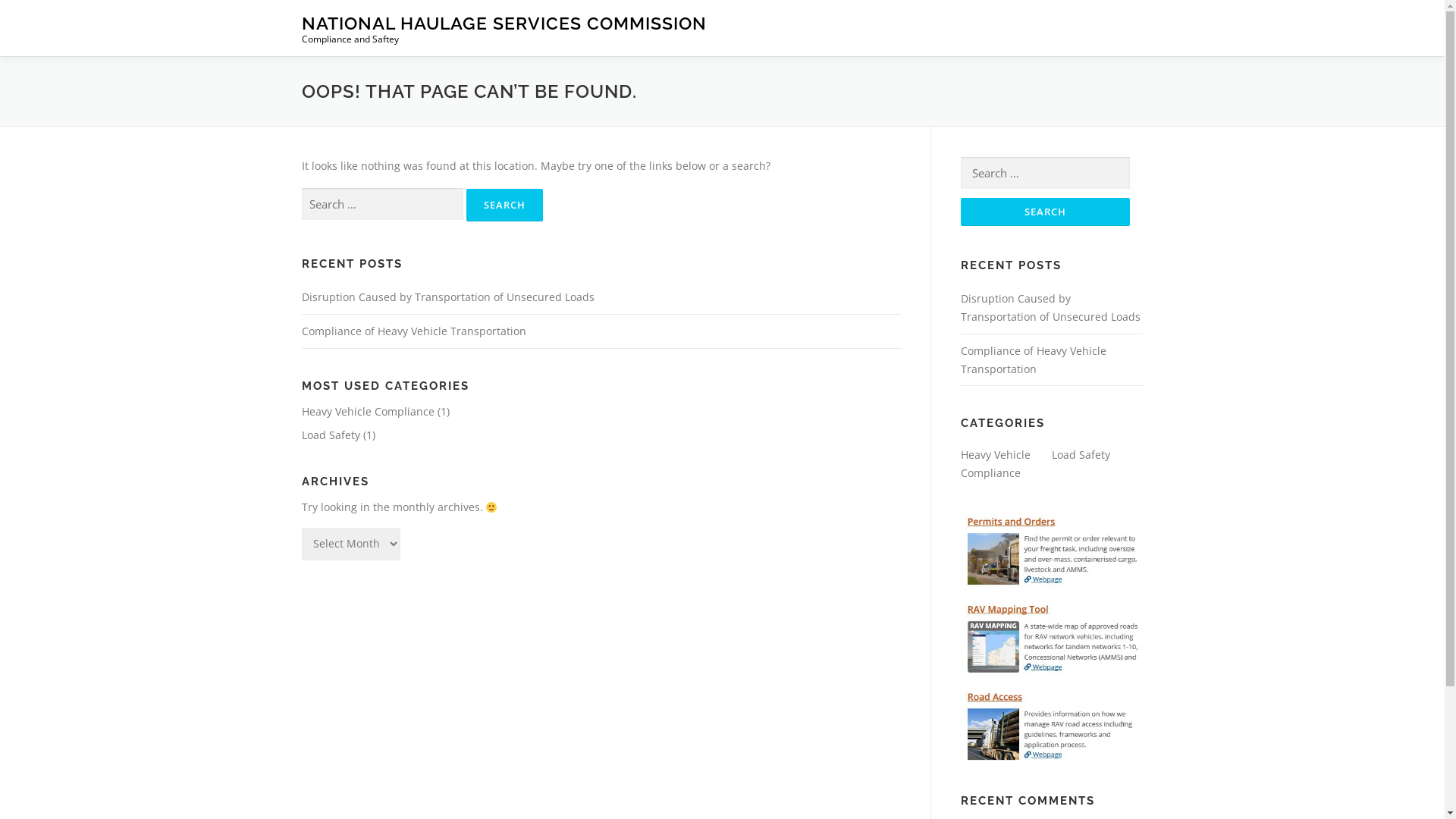 Image resolution: width=1456 pixels, height=819 pixels. Describe the element at coordinates (504, 205) in the screenshot. I see `'Search'` at that location.